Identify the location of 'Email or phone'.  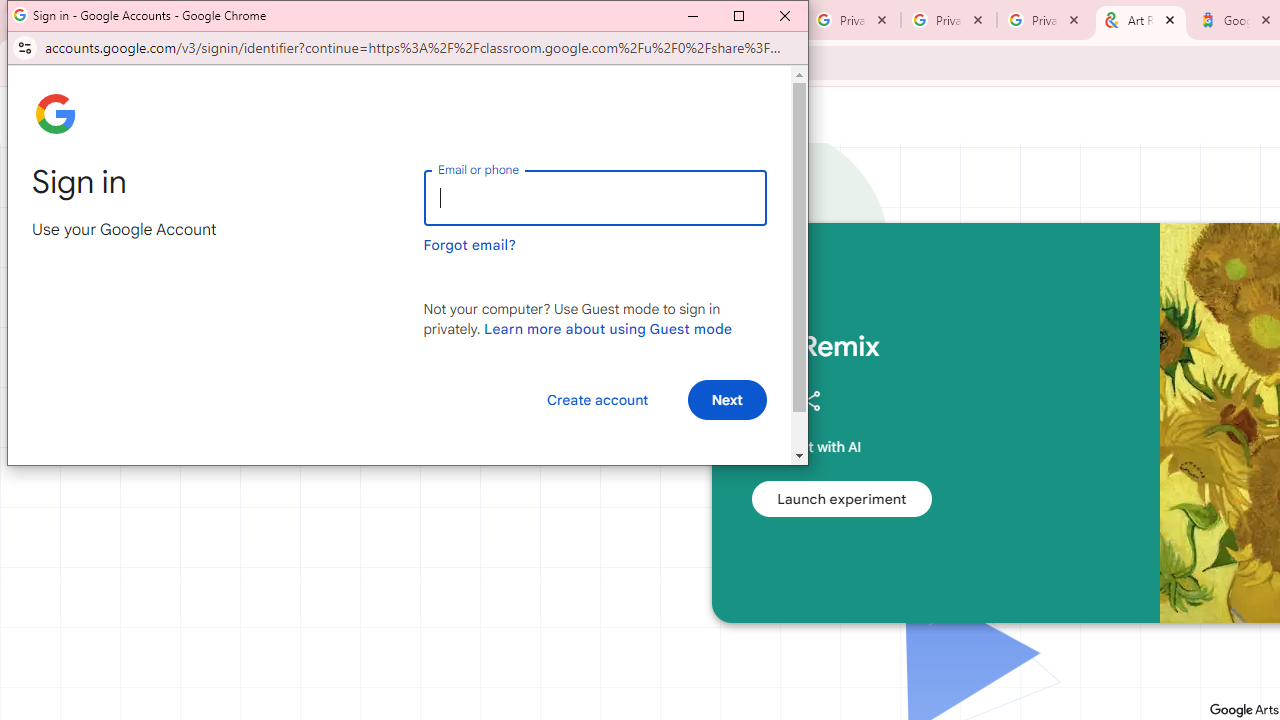
(594, 198).